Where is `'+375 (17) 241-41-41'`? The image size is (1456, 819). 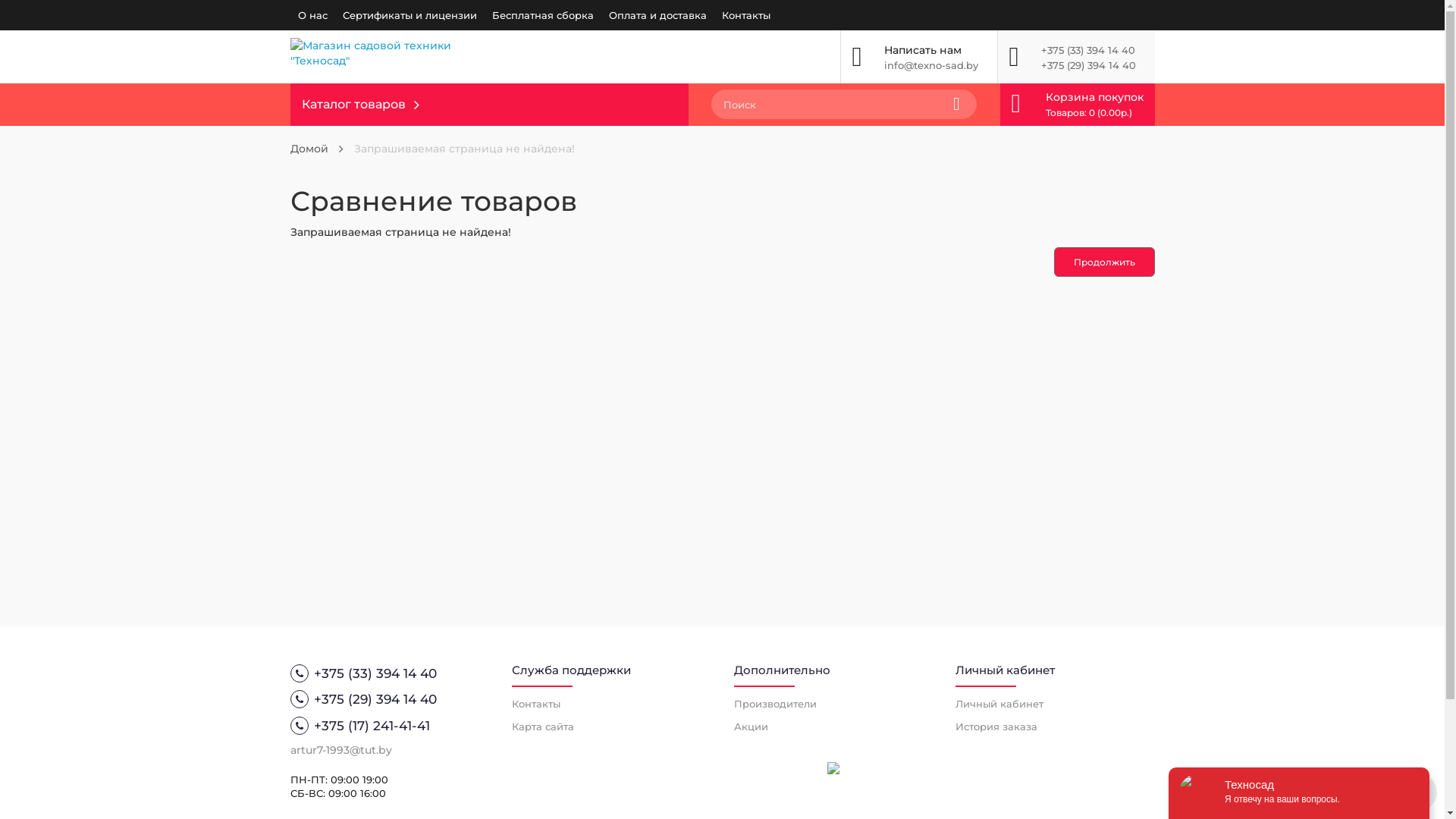
'+375 (17) 241-41-41' is located at coordinates (389, 724).